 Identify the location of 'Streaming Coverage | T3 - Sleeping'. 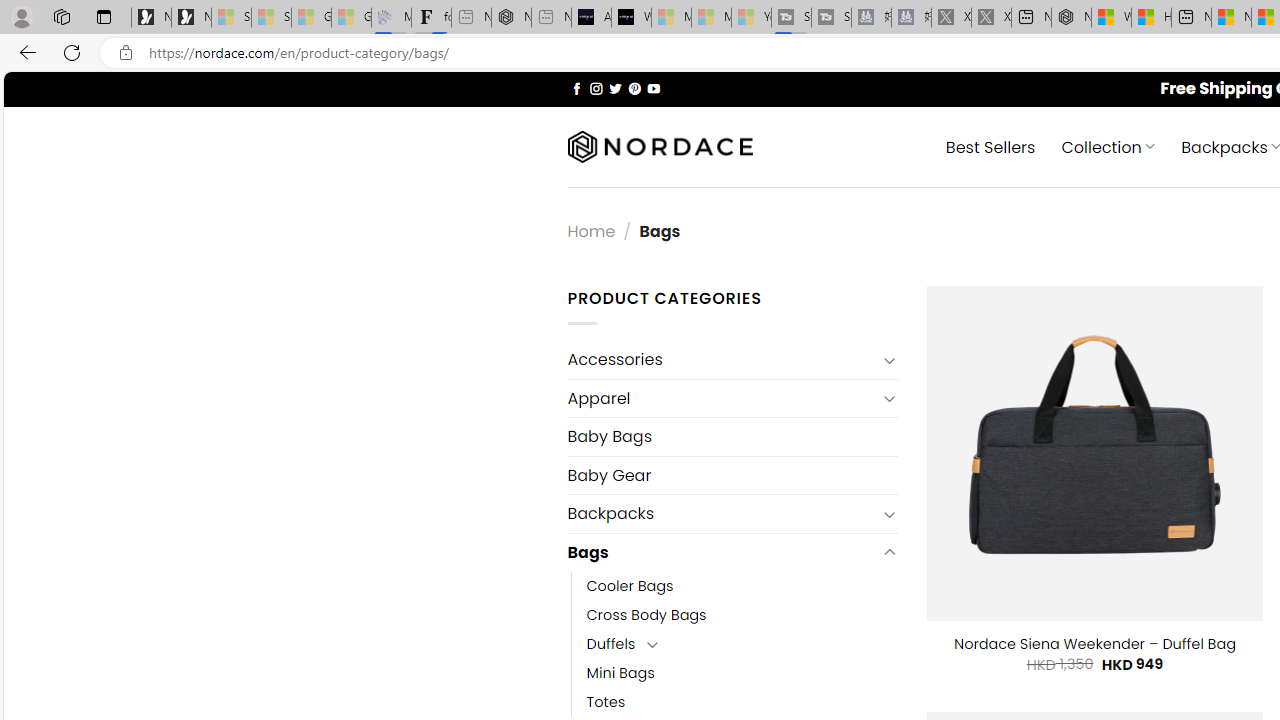
(790, 17).